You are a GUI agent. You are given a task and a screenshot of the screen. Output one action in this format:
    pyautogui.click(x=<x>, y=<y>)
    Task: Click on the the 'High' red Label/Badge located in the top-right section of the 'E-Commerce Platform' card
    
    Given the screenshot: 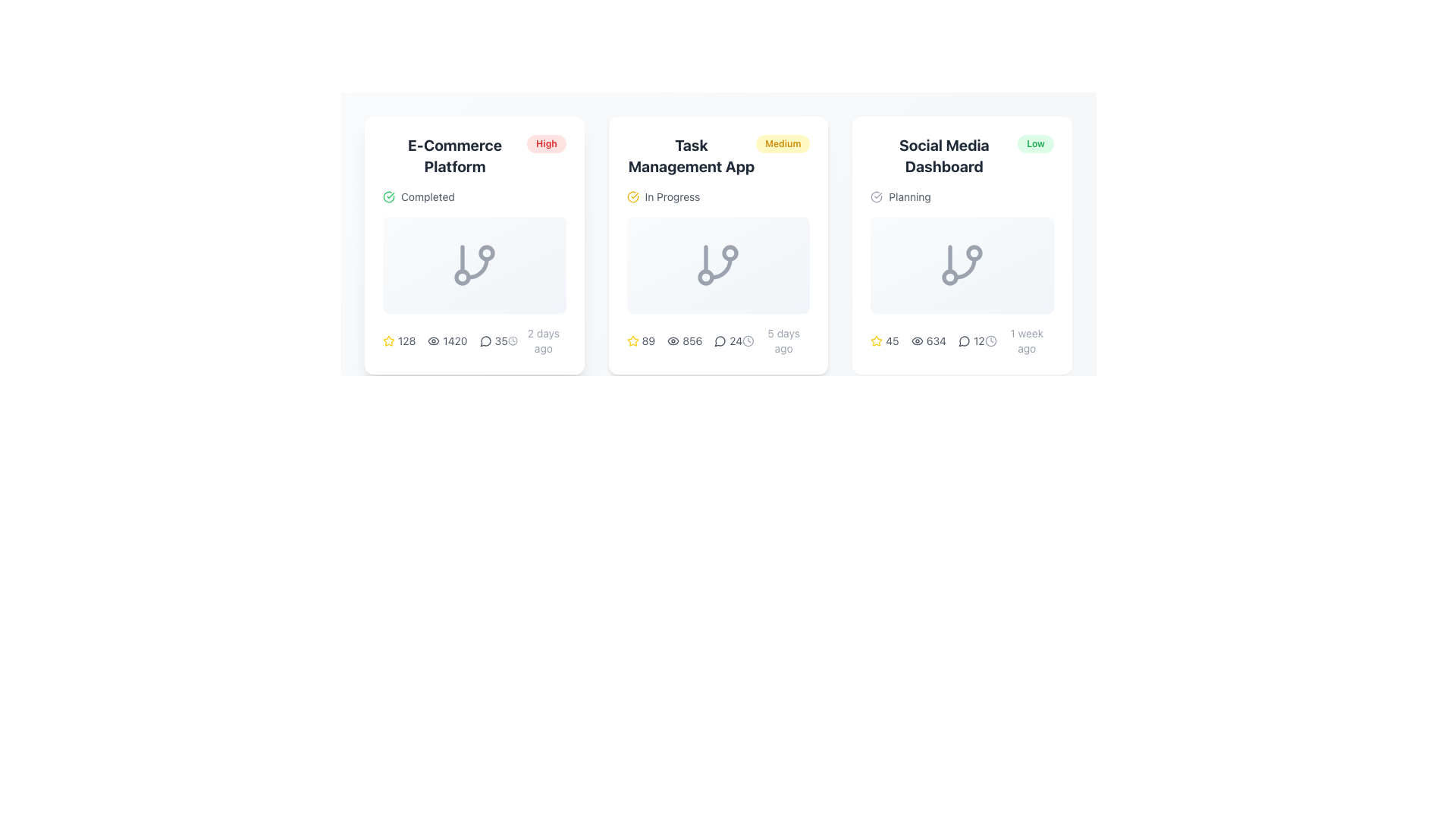 What is the action you would take?
    pyautogui.click(x=546, y=143)
    